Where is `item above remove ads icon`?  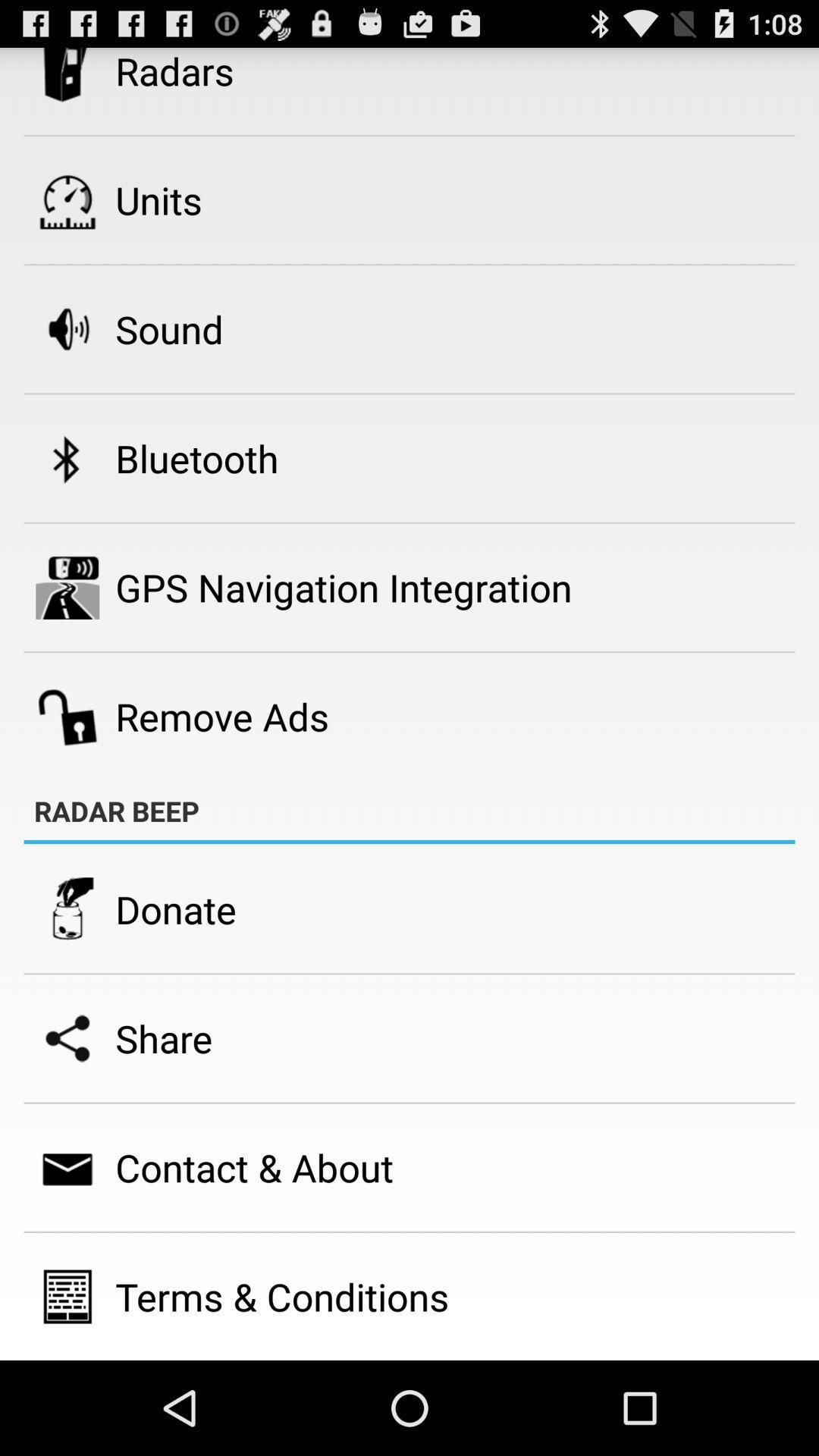 item above remove ads icon is located at coordinates (344, 586).